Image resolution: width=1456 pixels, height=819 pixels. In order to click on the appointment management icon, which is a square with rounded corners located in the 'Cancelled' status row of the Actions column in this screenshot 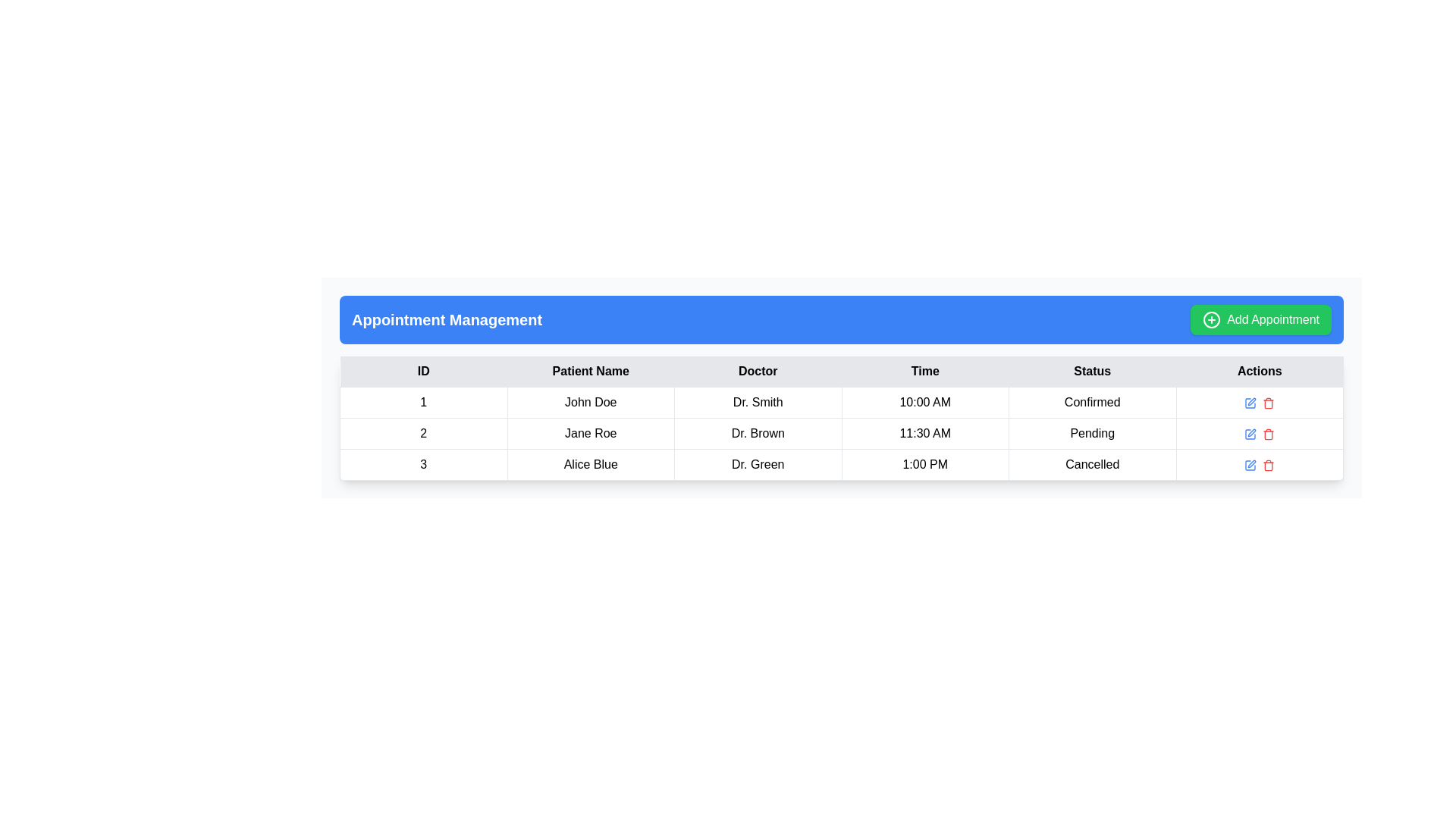, I will do `click(1250, 464)`.